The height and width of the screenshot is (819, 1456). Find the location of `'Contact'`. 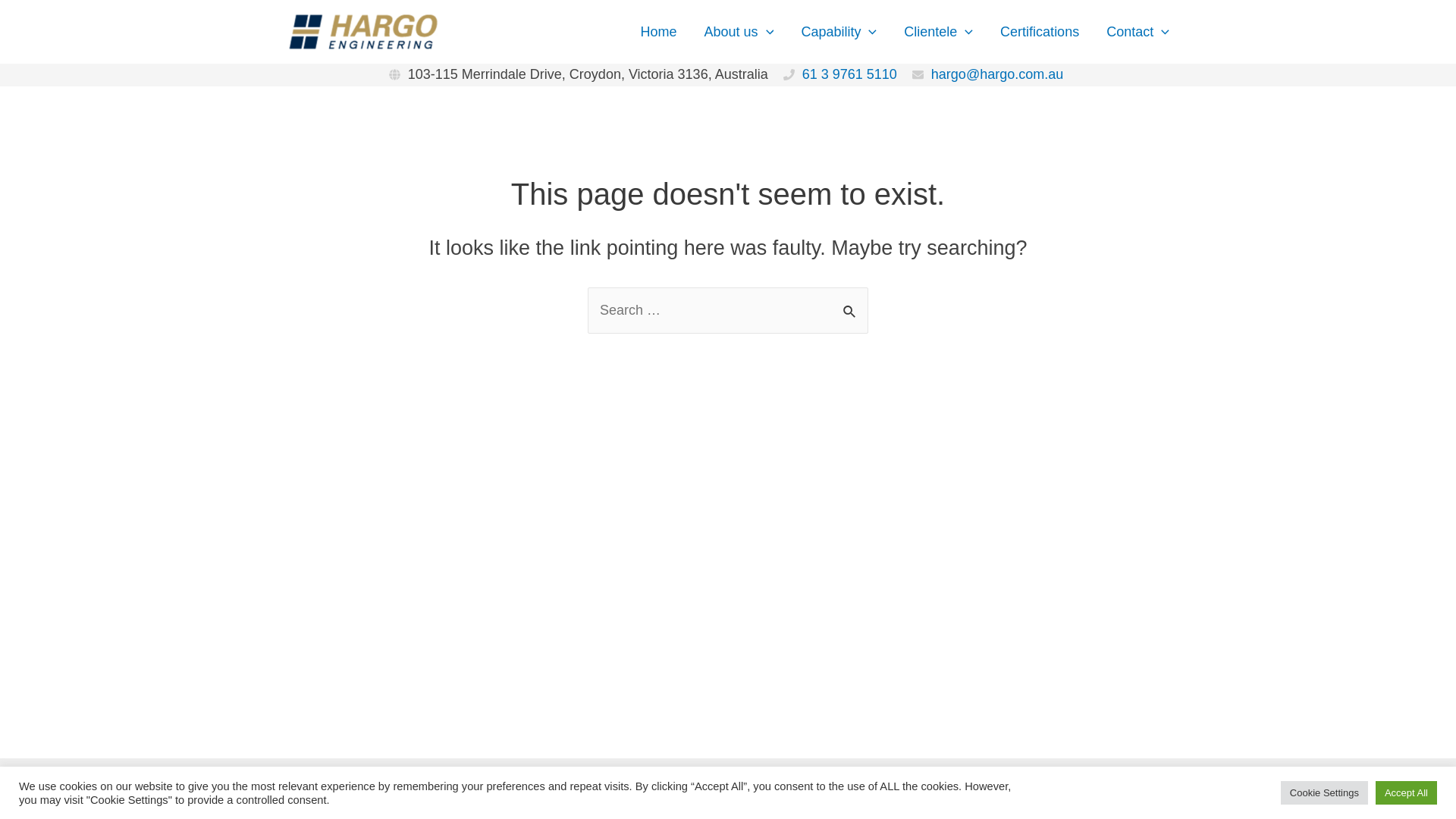

'Contact' is located at coordinates (1137, 31).